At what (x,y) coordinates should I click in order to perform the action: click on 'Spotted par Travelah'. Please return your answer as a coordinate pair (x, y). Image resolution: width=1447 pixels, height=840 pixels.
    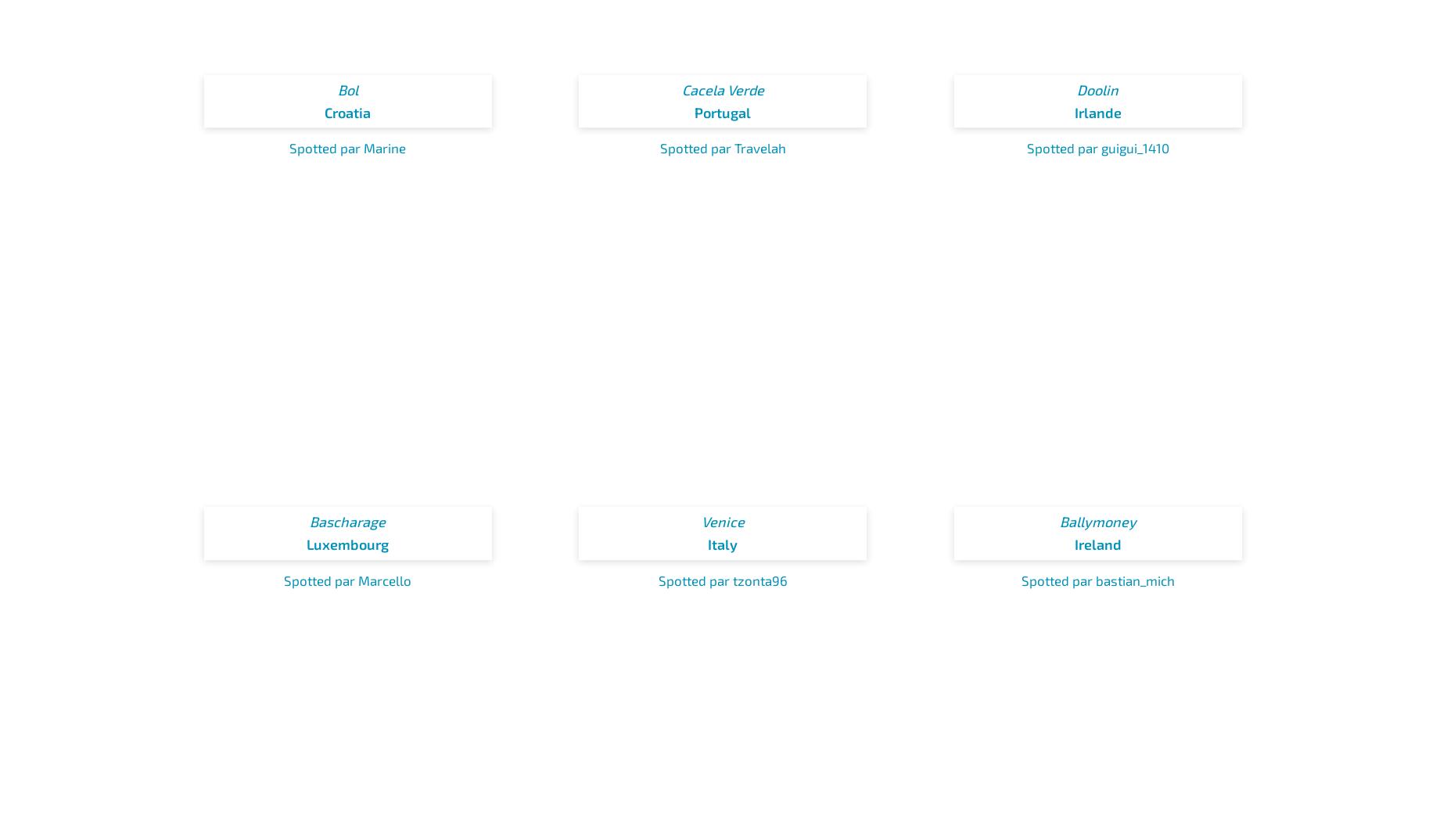
    Looking at the image, I should click on (722, 148).